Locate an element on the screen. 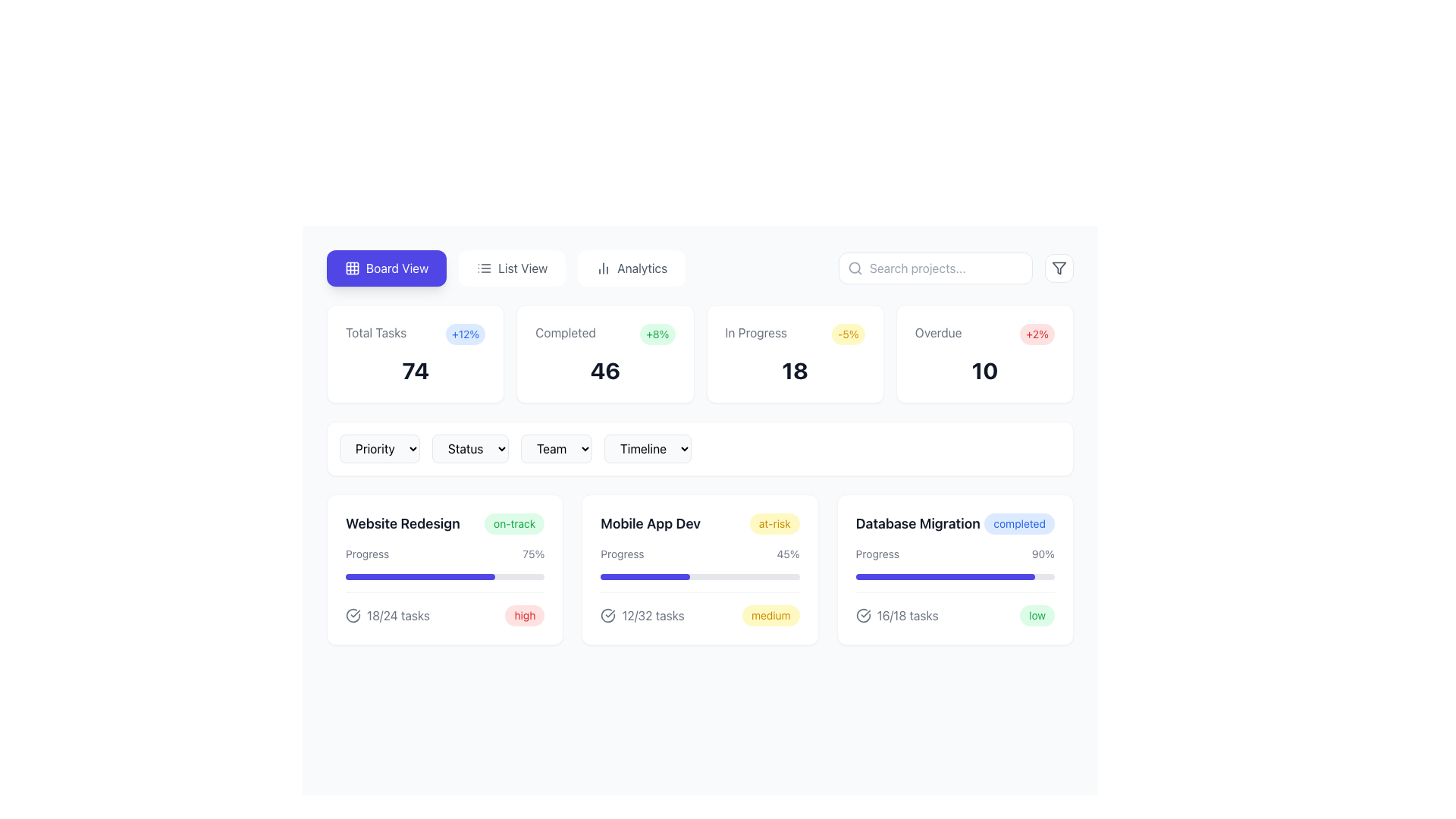 The image size is (1456, 819). the pill-shaped label with a soft blue background and bold blue text content '+12%', located to the right of the text 'Total Tasks' in the top-left section of the interface is located at coordinates (465, 333).